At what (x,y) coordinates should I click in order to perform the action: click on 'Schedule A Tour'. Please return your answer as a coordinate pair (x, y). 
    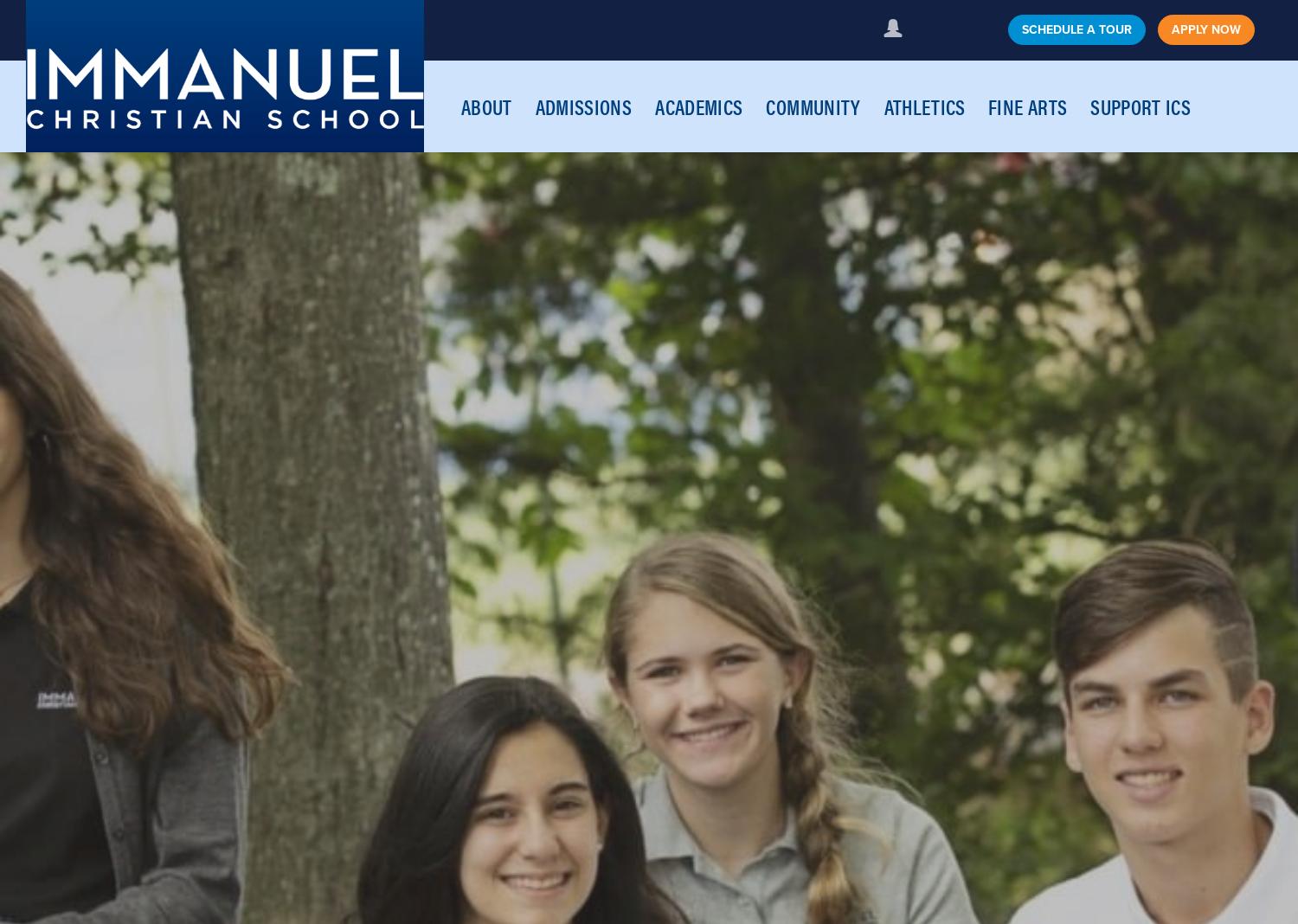
    Looking at the image, I should click on (1076, 28).